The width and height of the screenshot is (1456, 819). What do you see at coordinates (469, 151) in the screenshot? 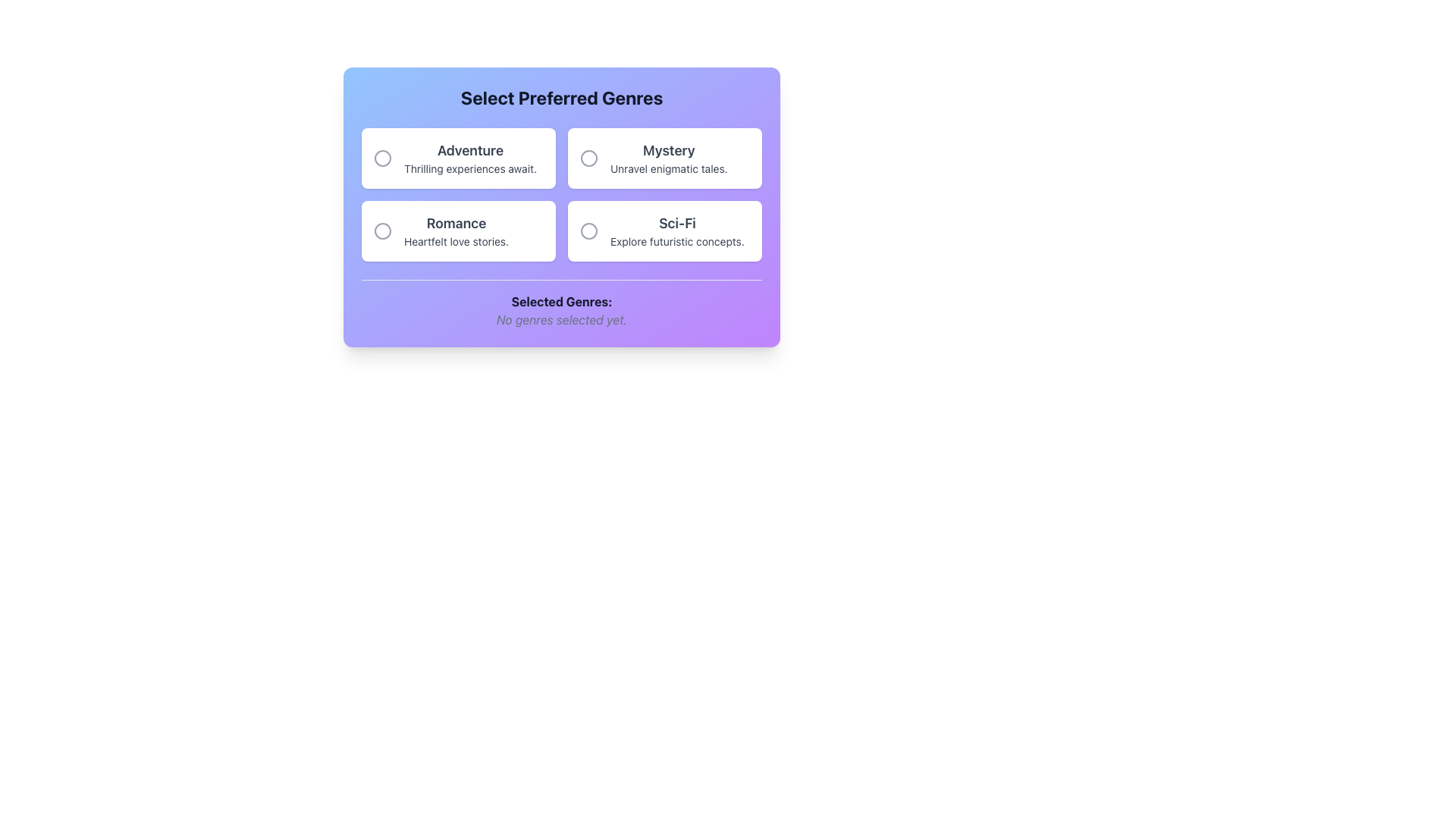
I see `text of the header label for the 'Adventure' genre option, which is positioned above the subtitle 'Thrilling experiences await.'` at bounding box center [469, 151].